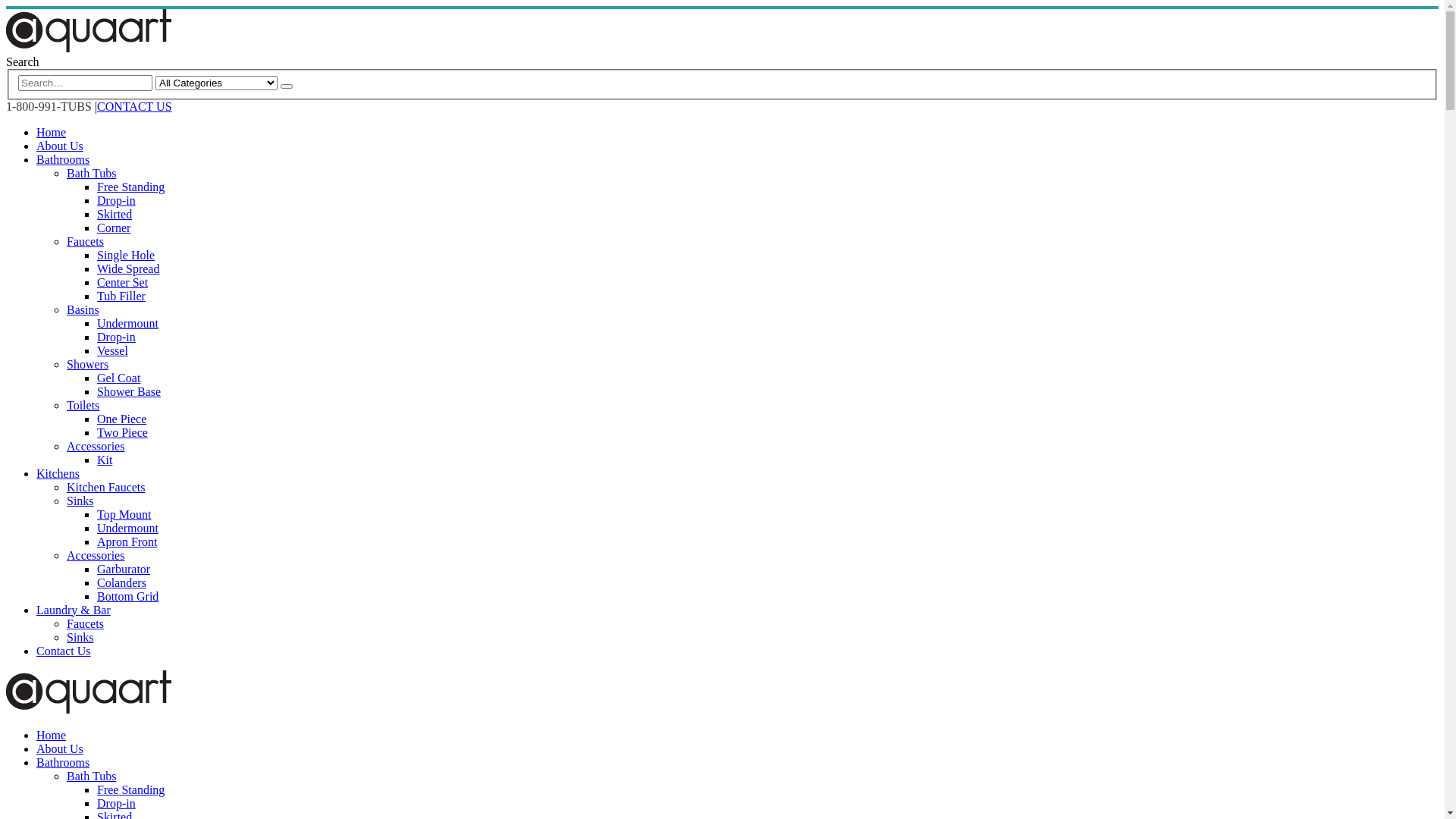  What do you see at coordinates (82, 309) in the screenshot?
I see `'Basins'` at bounding box center [82, 309].